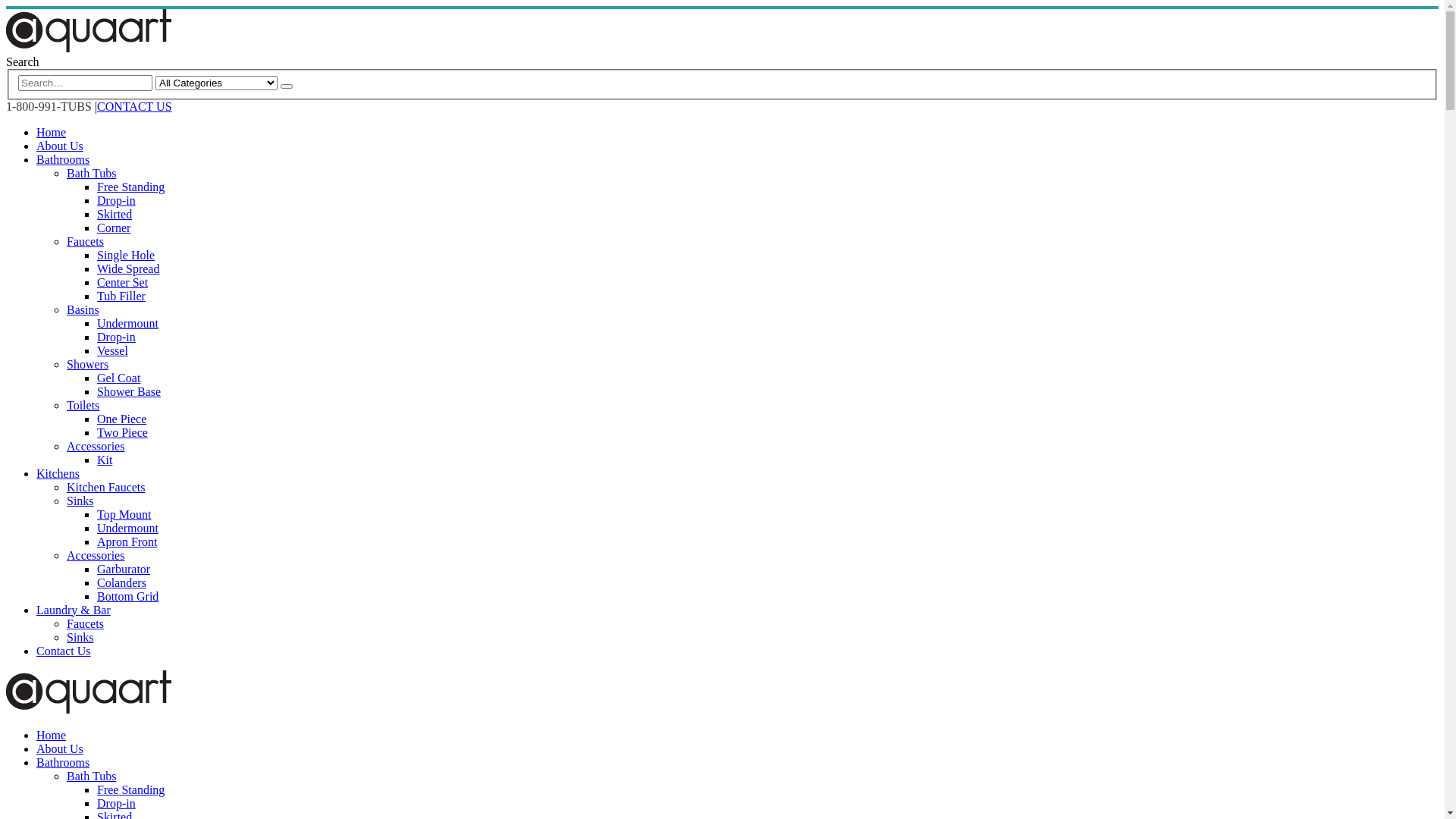  What do you see at coordinates (82, 309) in the screenshot?
I see `'Basins'` at bounding box center [82, 309].